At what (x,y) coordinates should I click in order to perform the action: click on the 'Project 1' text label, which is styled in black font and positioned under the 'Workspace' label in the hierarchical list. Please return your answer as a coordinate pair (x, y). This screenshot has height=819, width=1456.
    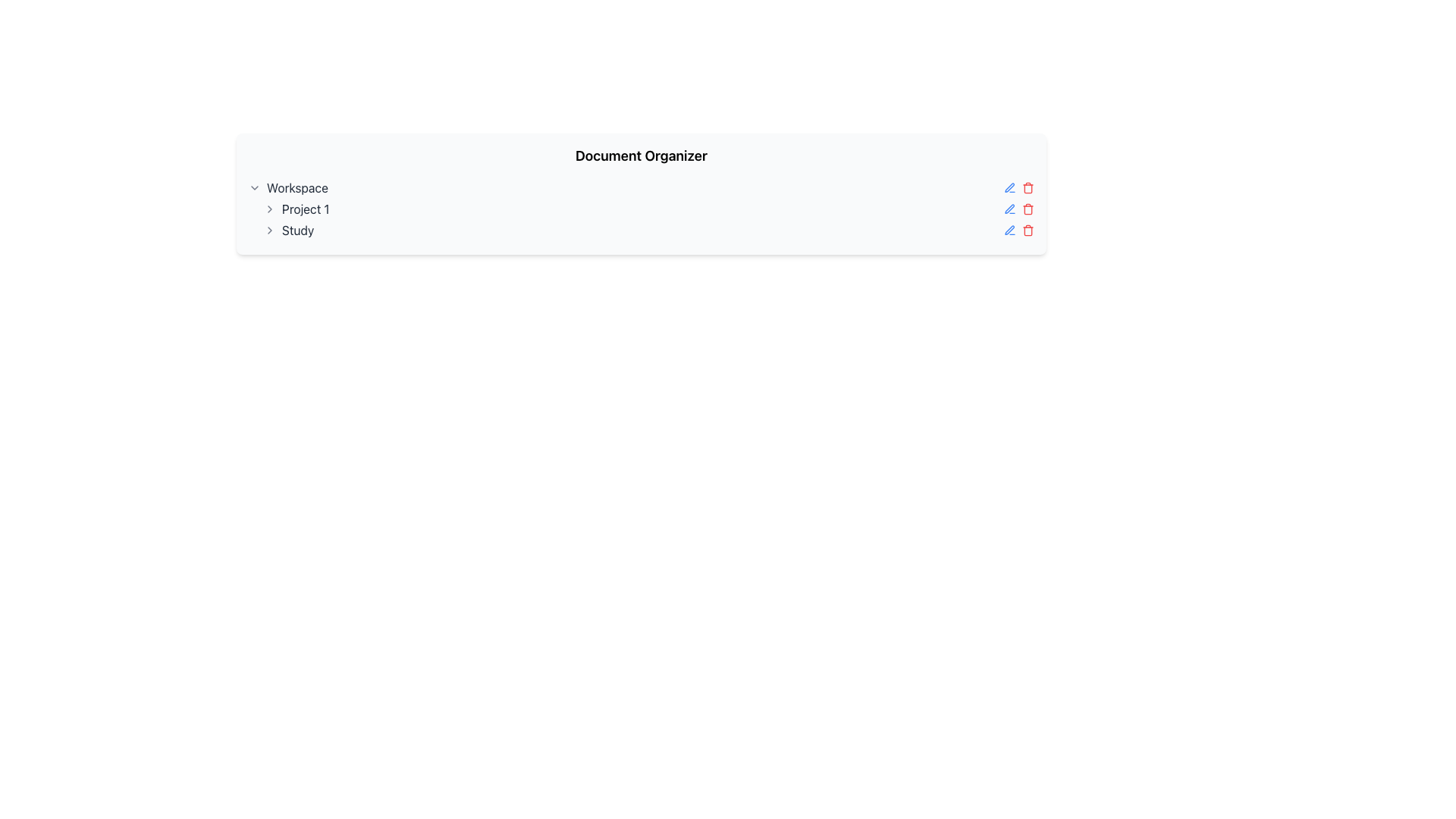
    Looking at the image, I should click on (305, 209).